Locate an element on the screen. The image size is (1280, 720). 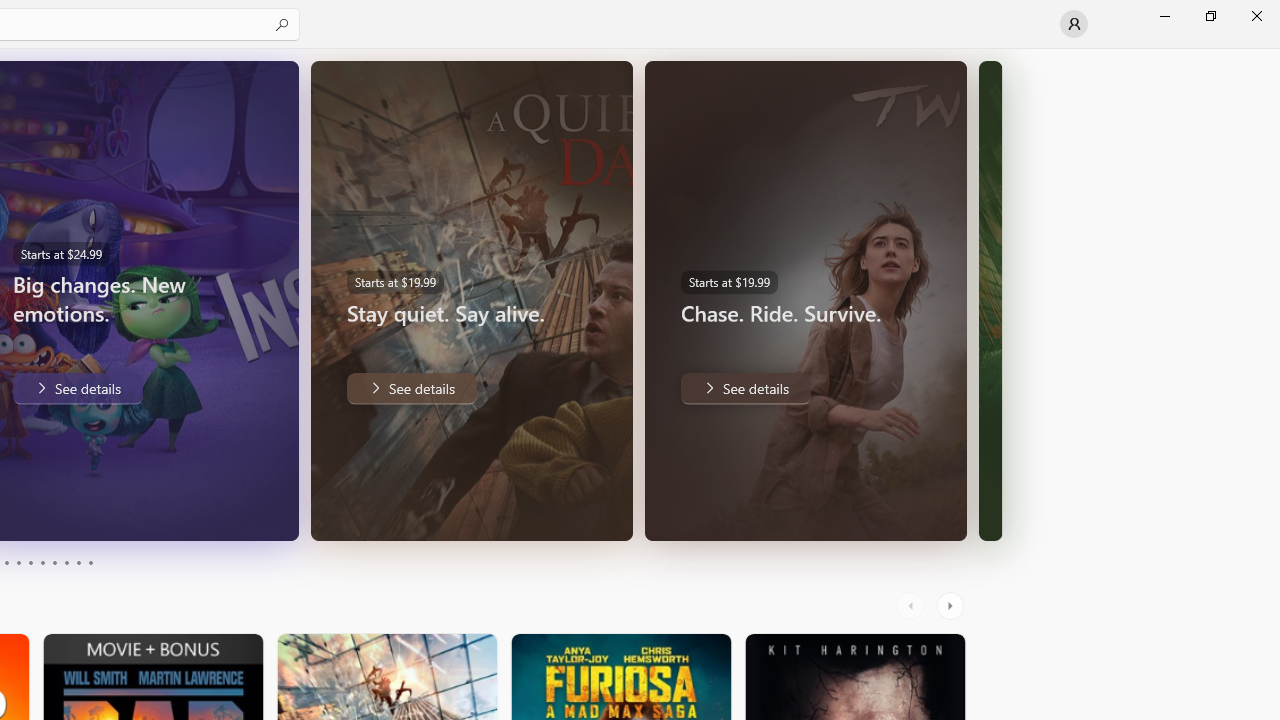
'Page 5' is located at coordinates (30, 563).